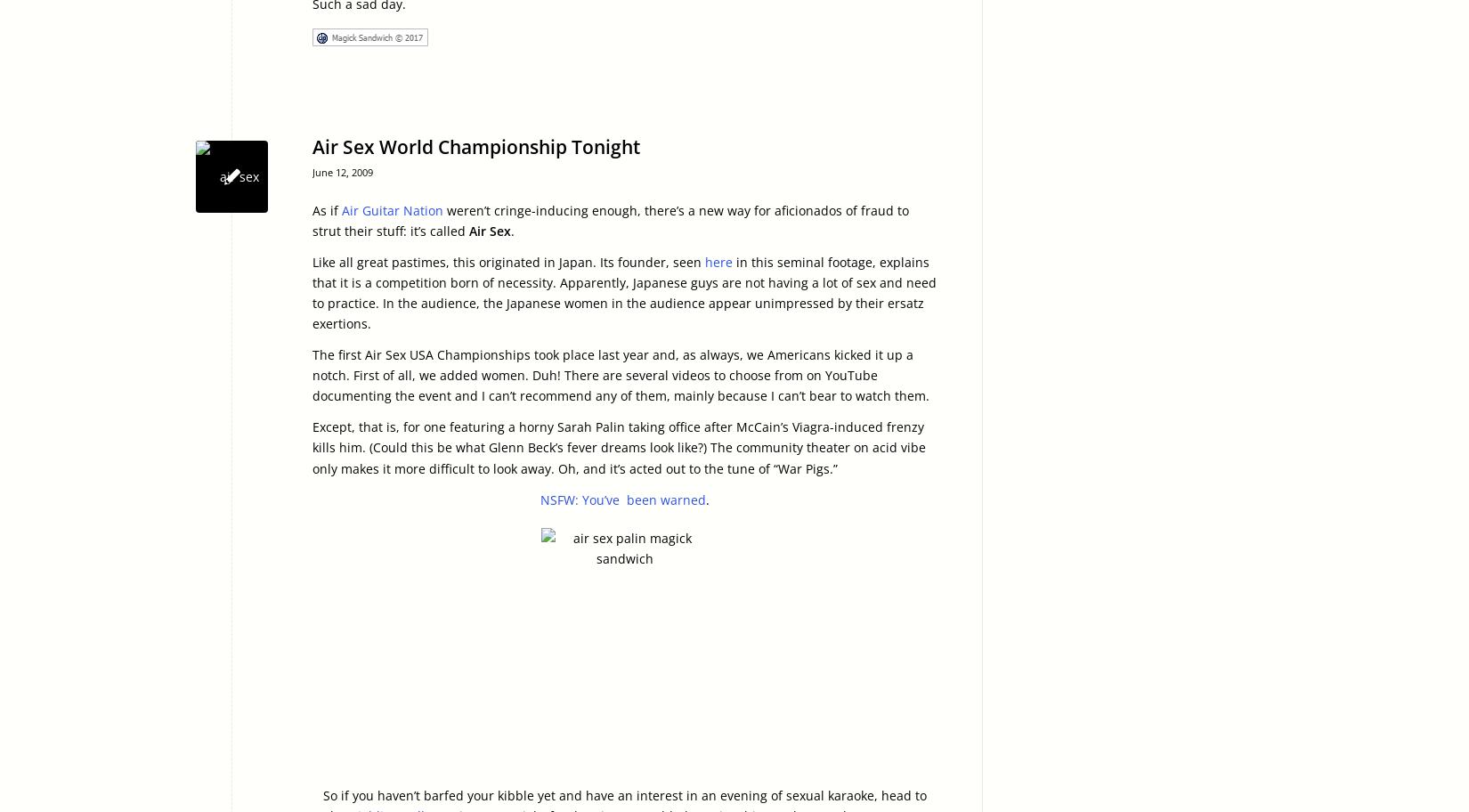 This screenshot has width=1469, height=812. What do you see at coordinates (195, 165) in the screenshot?
I see `'https://magicksandwich.org/wp-content/uploads/2017/07/Magick-Sandwich-header.png'` at bounding box center [195, 165].